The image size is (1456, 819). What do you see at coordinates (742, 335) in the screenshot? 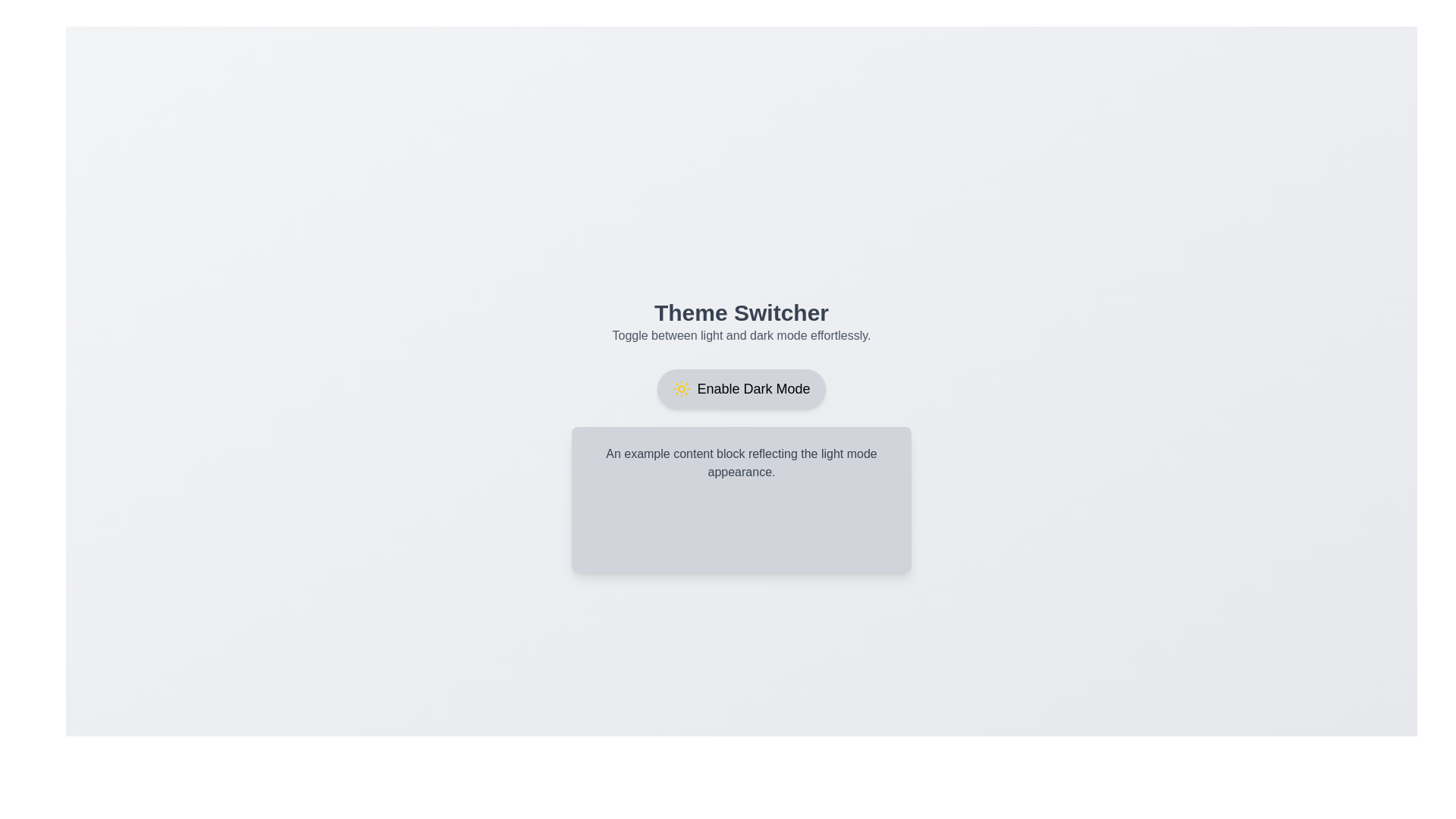
I see `the static text label that describes the functionality of the 'Theme Switcher' section, which is centrally aligned below the title 'Theme Switcher'` at bounding box center [742, 335].